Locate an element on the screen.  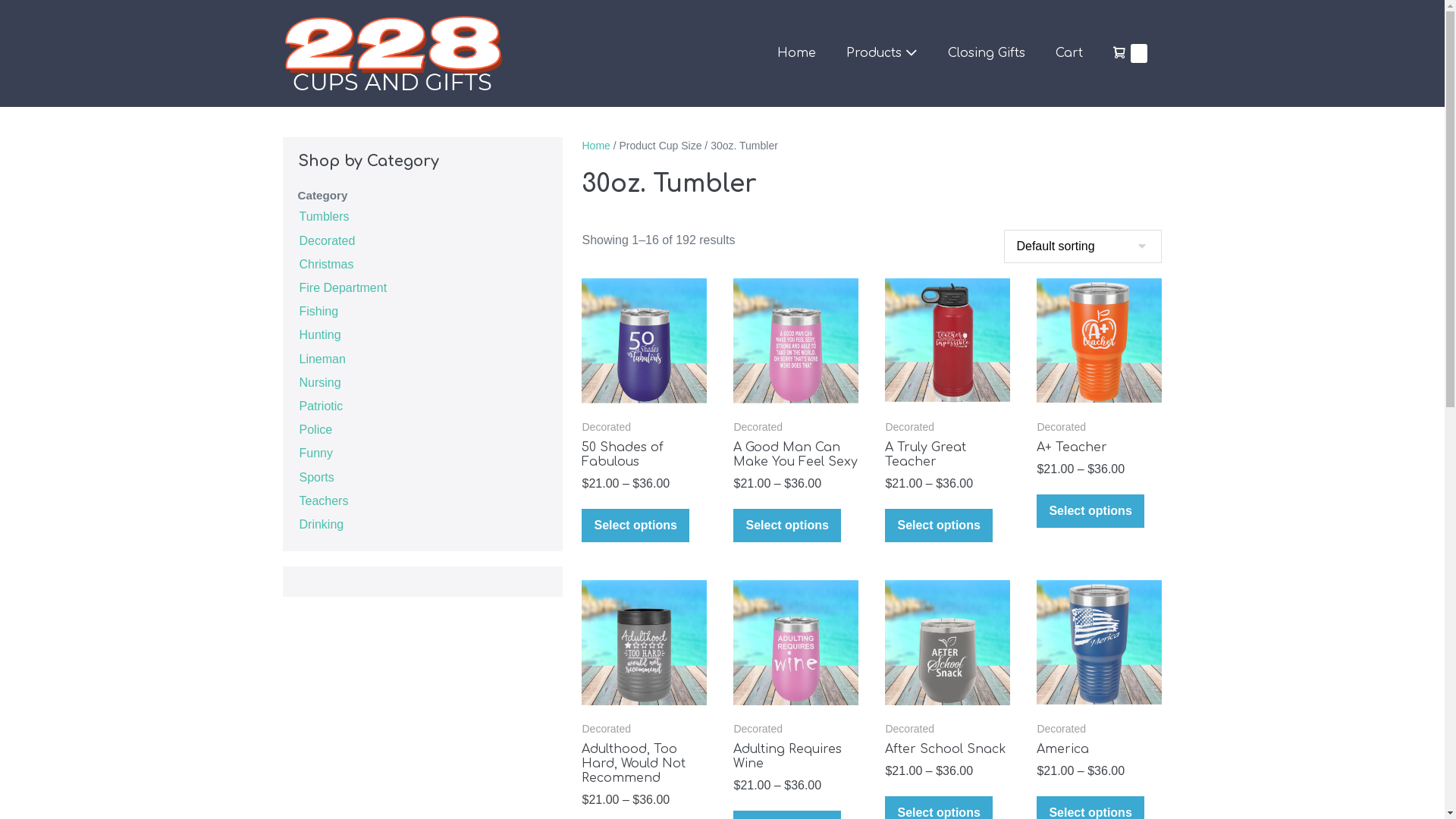
'Teachers' is located at coordinates (322, 500).